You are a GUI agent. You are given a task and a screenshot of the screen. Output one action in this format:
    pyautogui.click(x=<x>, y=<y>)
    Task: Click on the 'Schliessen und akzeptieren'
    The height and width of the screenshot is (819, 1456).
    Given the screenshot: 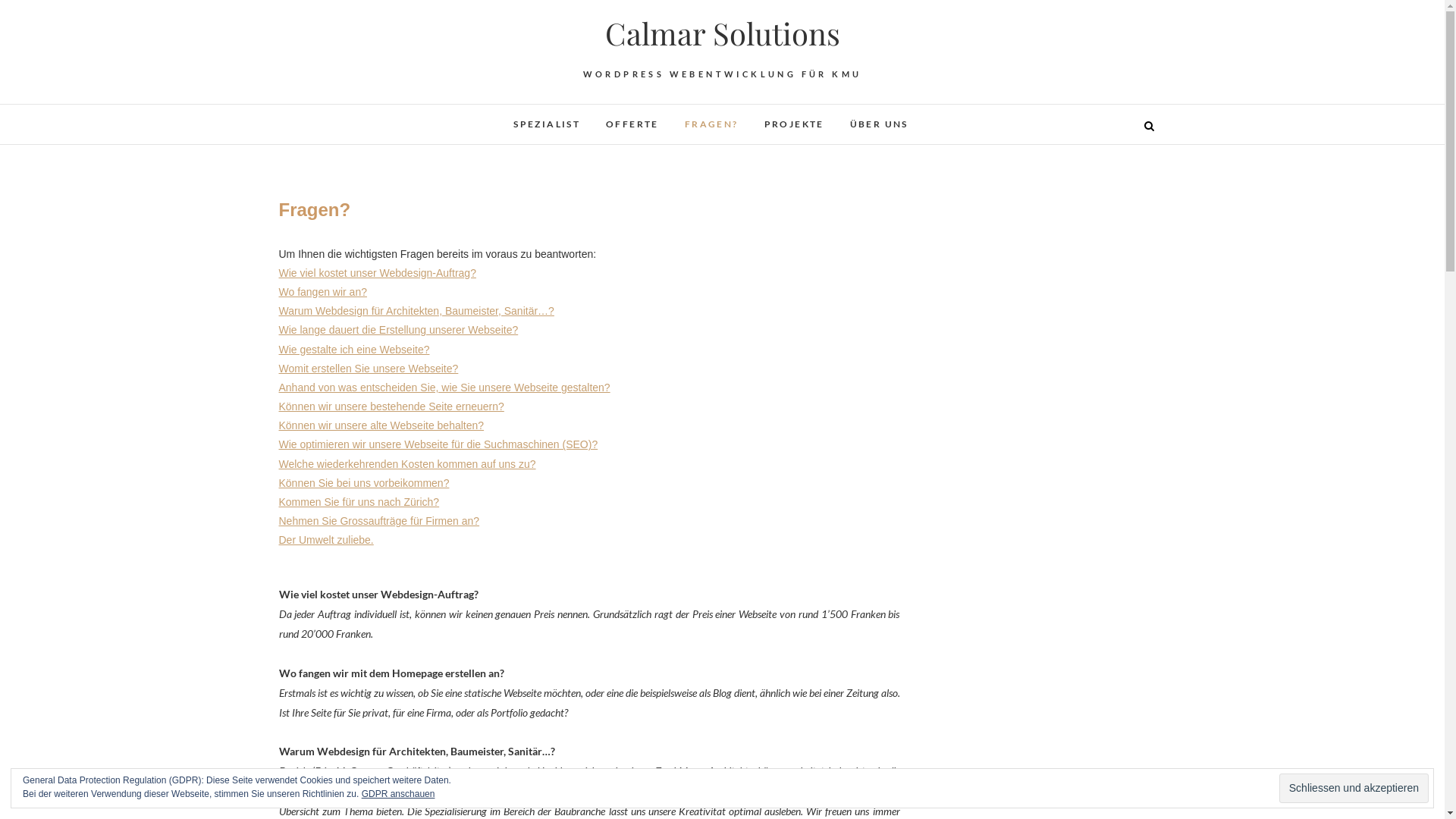 What is the action you would take?
    pyautogui.click(x=1354, y=787)
    